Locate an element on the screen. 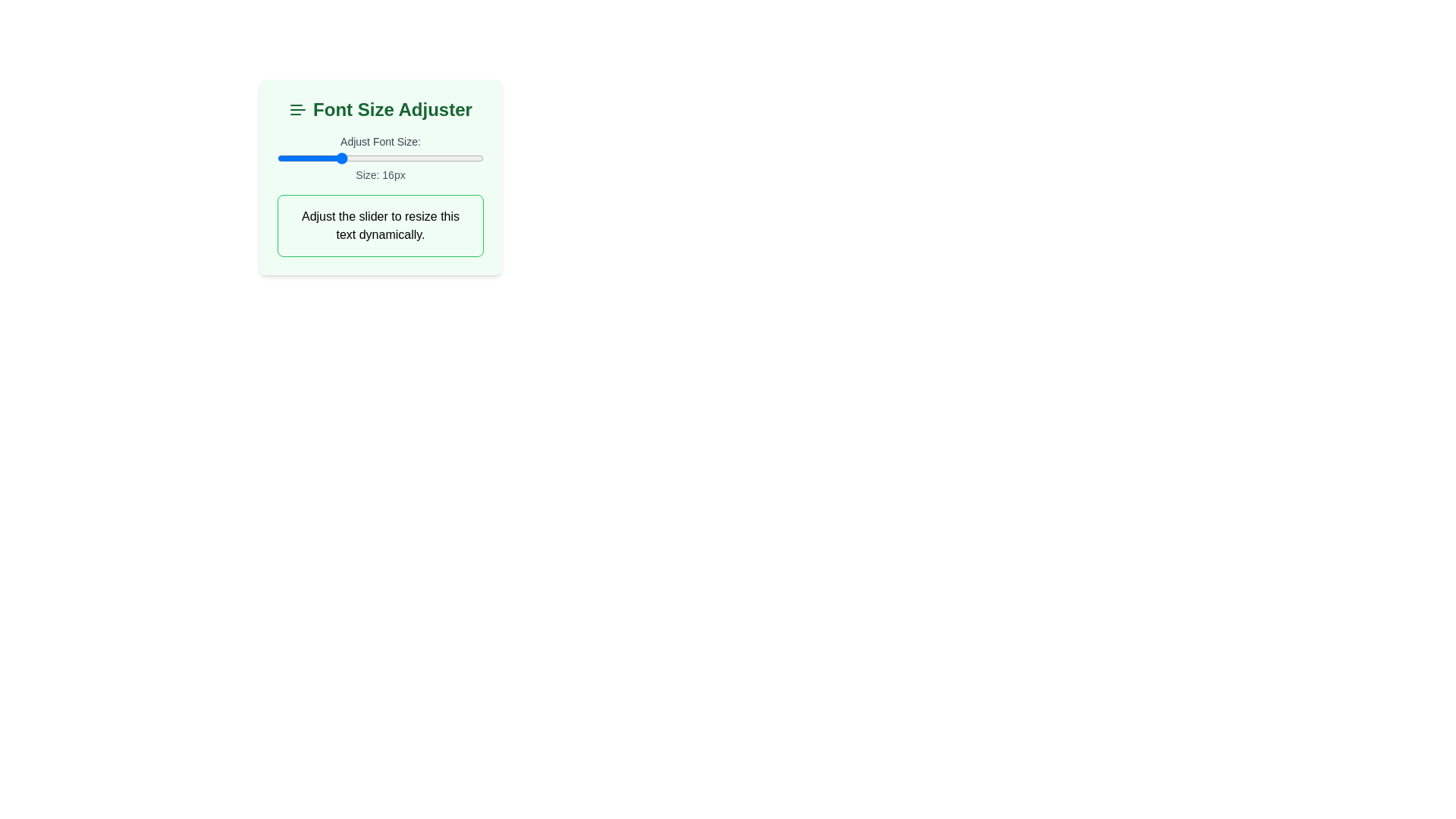 This screenshot has width=1456, height=819. the slider to set the font size to 10 px is located at coordinates (277, 158).